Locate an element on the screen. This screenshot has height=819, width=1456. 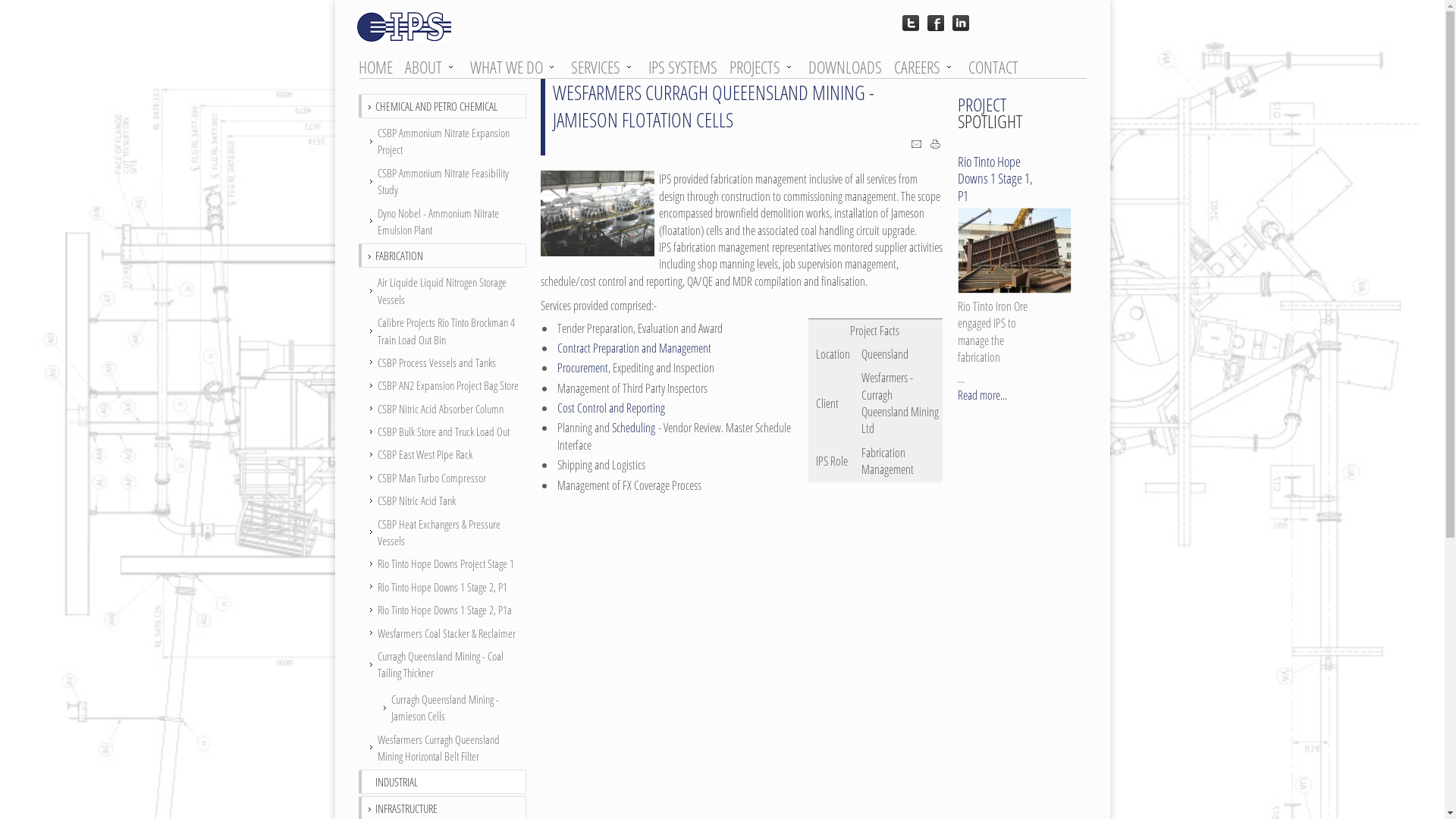
'Contract Preparation and Management' is located at coordinates (633, 348).